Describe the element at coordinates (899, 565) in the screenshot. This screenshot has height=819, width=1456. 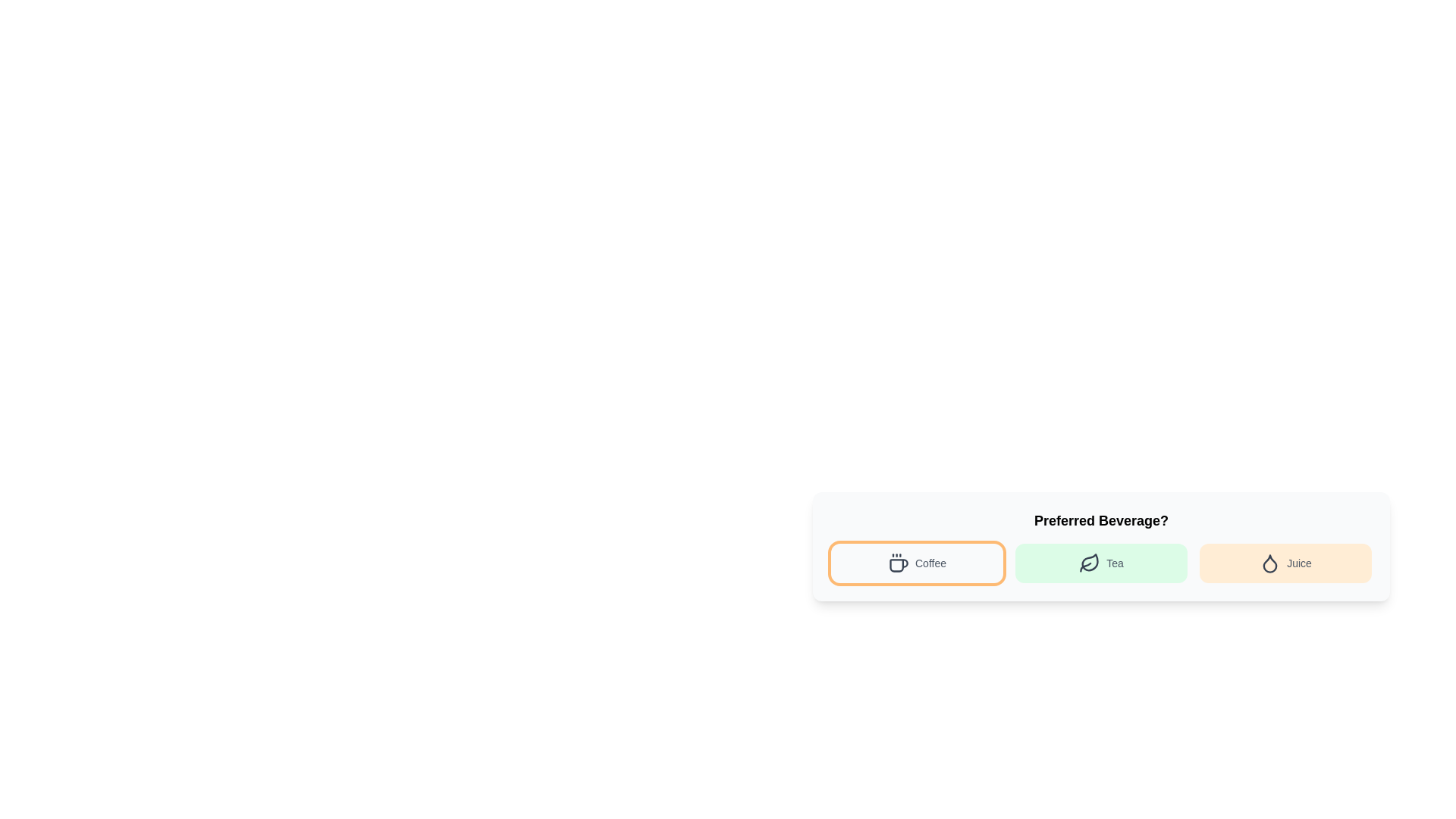
I see `the coffee mug icon element, which represents the 'Coffee' option in the beverage preferences, to trigger any associated hover effects` at that location.